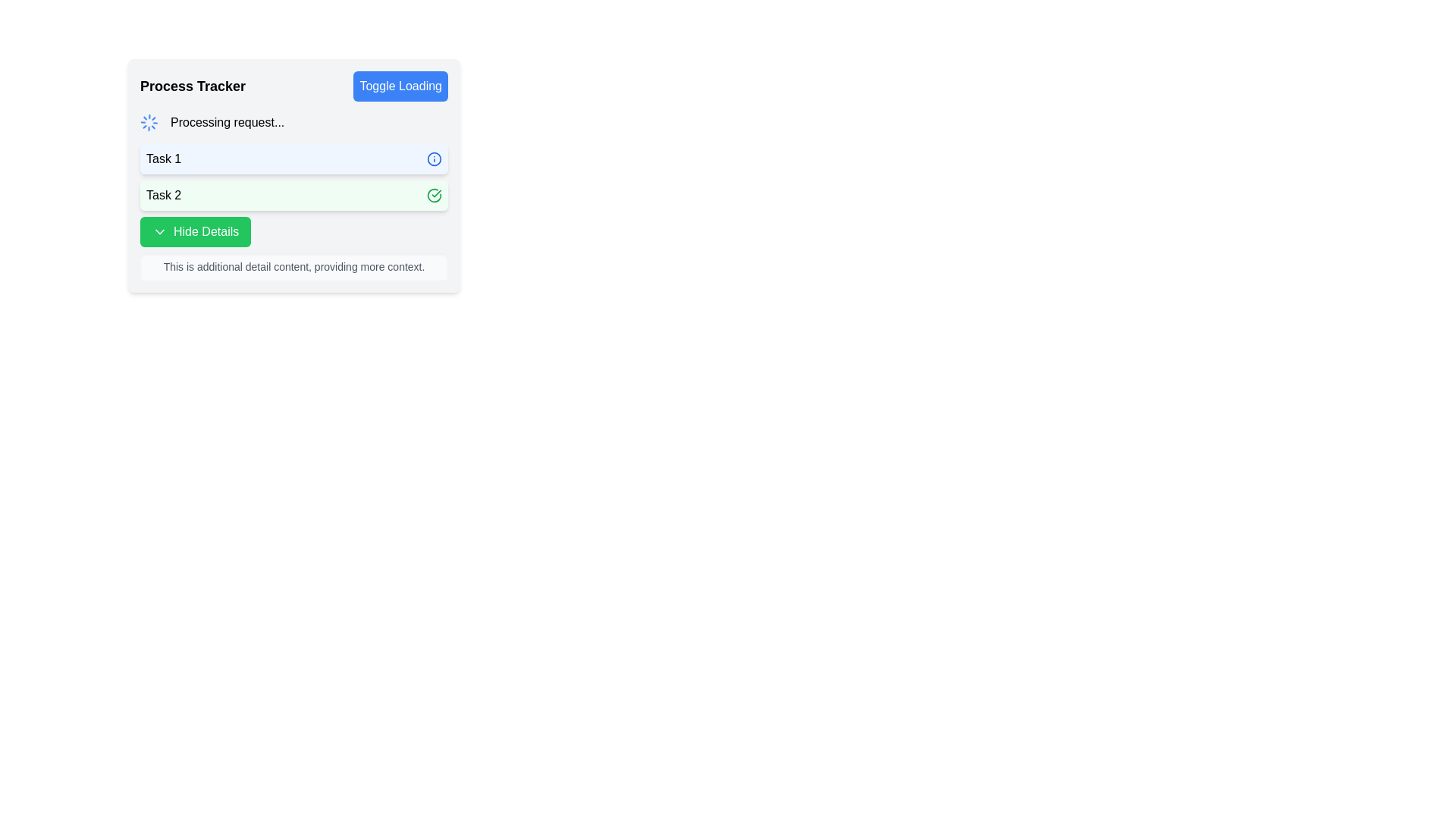 The image size is (1456, 819). Describe the element at coordinates (164, 195) in the screenshot. I see `the Text Label displaying 'Task 2' which has a light green background and is aligned to the left side of its panel` at that location.